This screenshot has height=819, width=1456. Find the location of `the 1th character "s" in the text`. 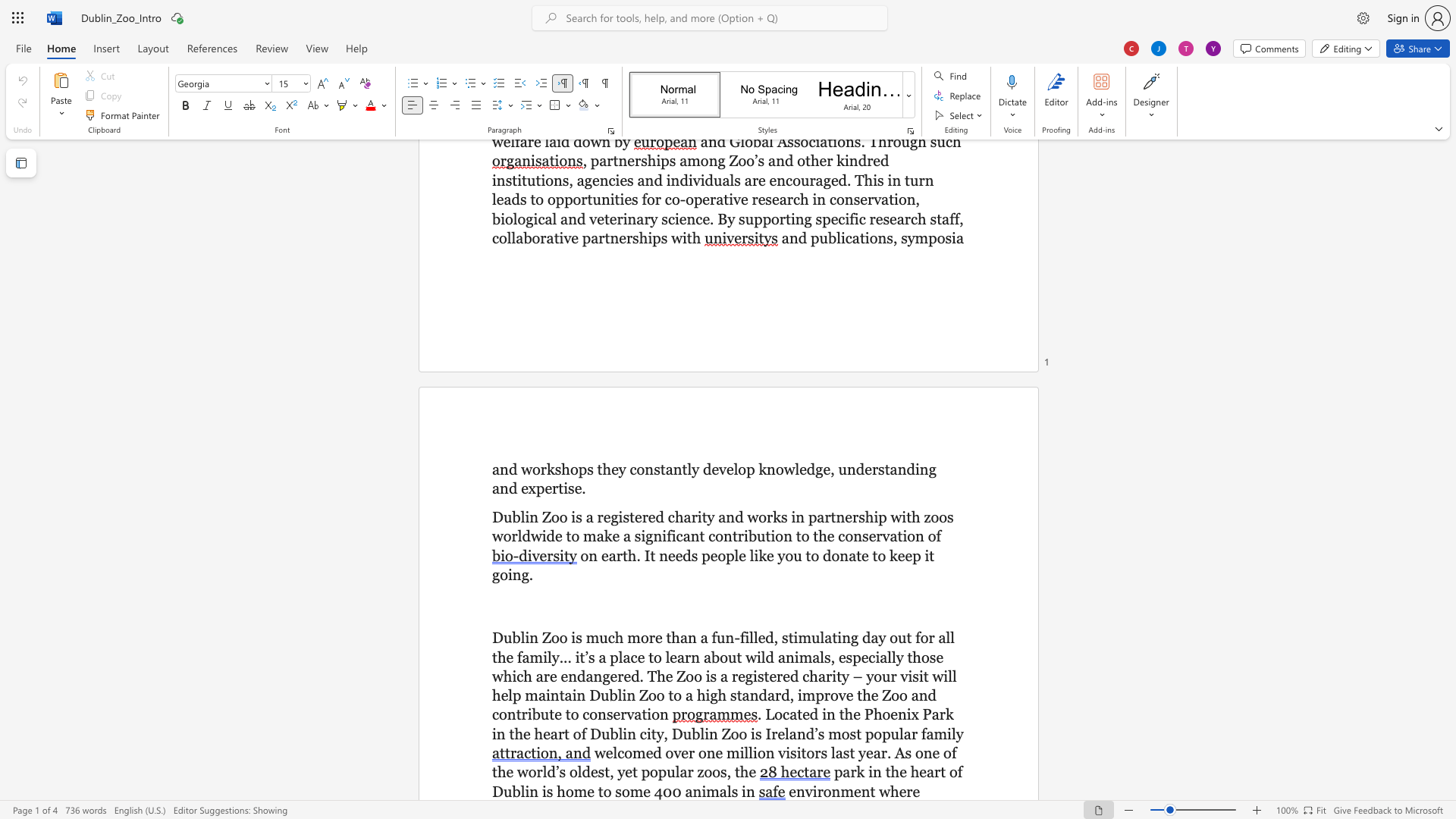

the 1th character "s" in the text is located at coordinates (881, 468).